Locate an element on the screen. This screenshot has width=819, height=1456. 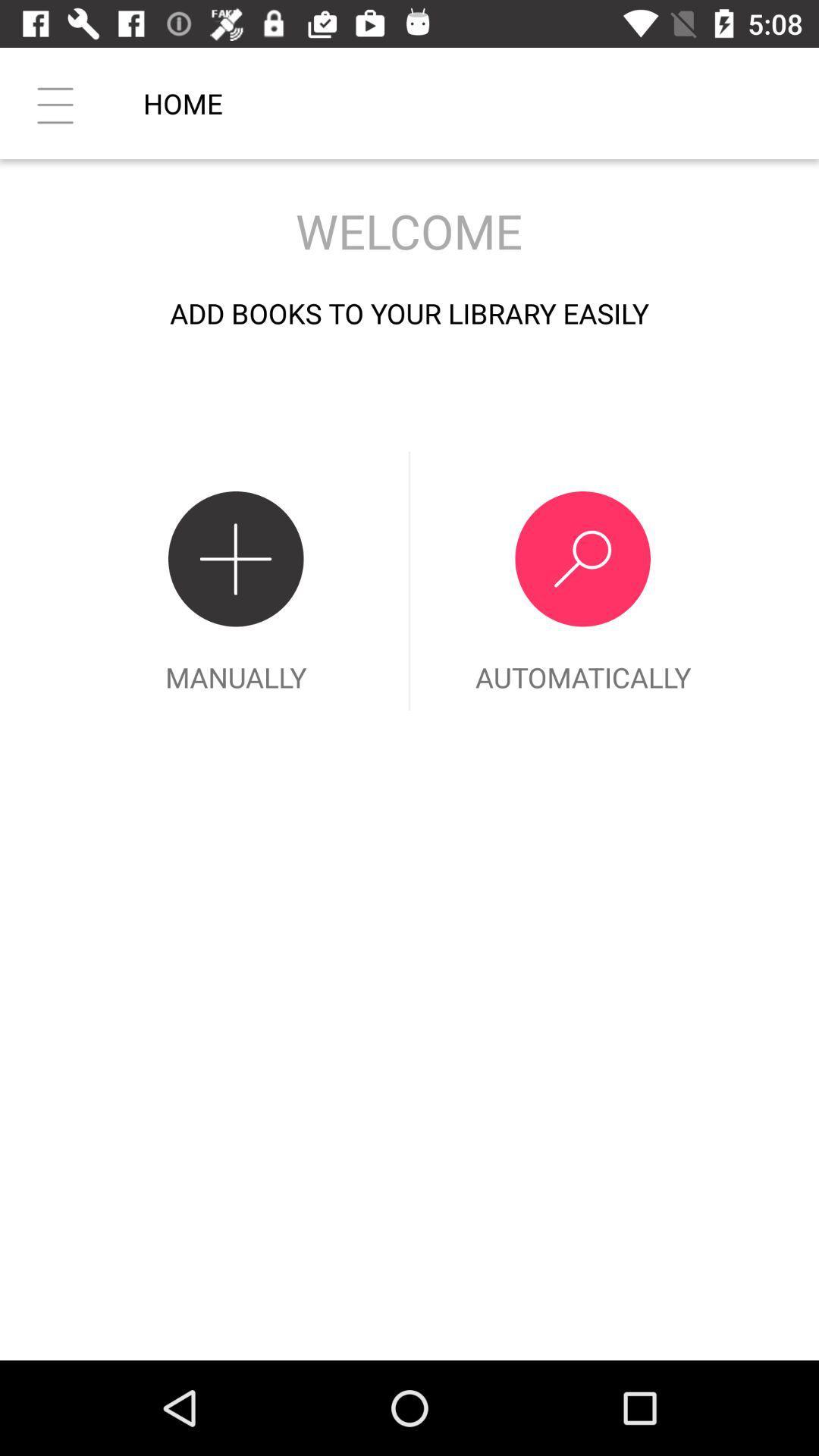
the item below add books to is located at coordinates (582, 580).